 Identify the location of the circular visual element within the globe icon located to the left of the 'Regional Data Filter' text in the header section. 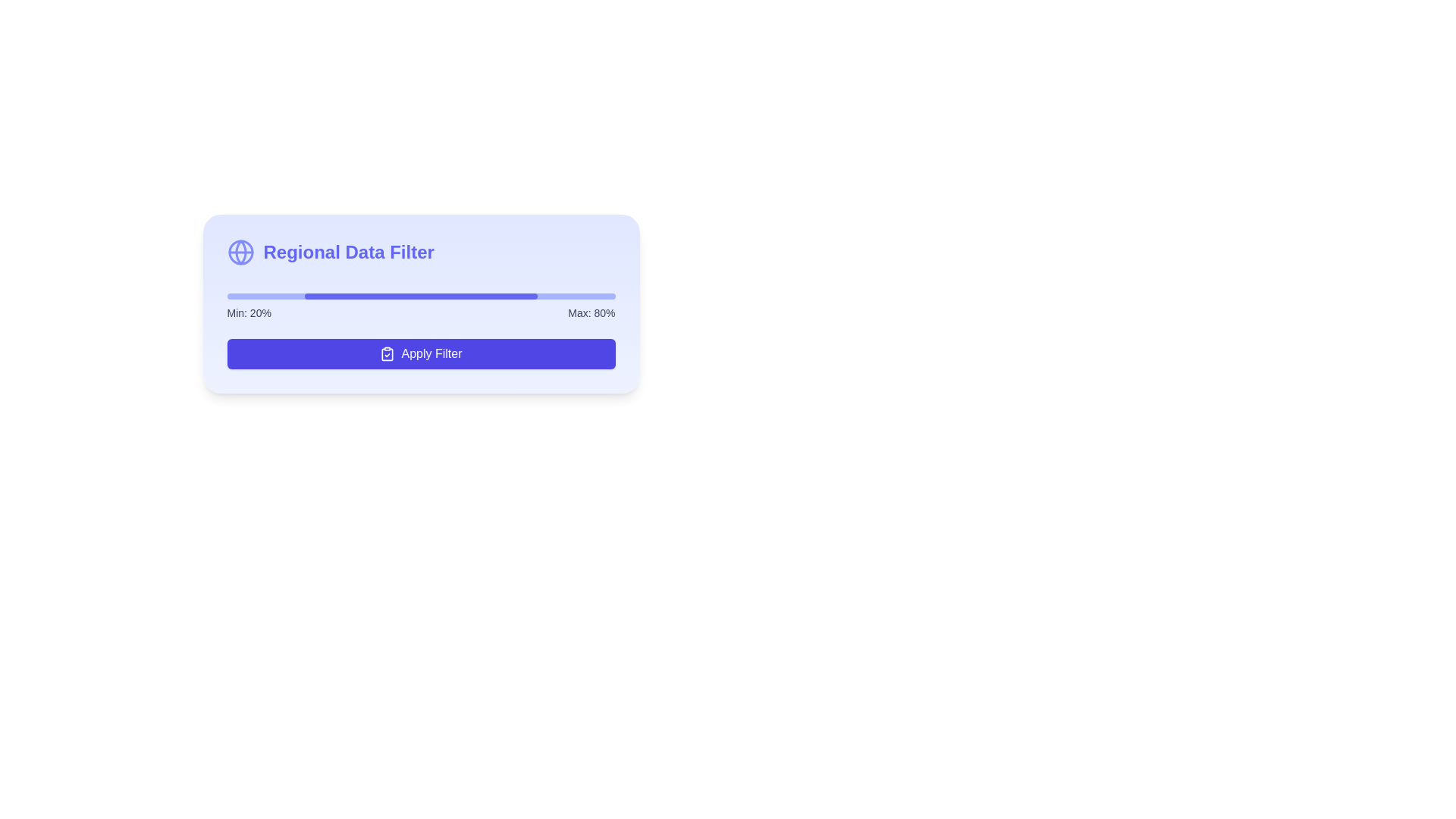
(240, 251).